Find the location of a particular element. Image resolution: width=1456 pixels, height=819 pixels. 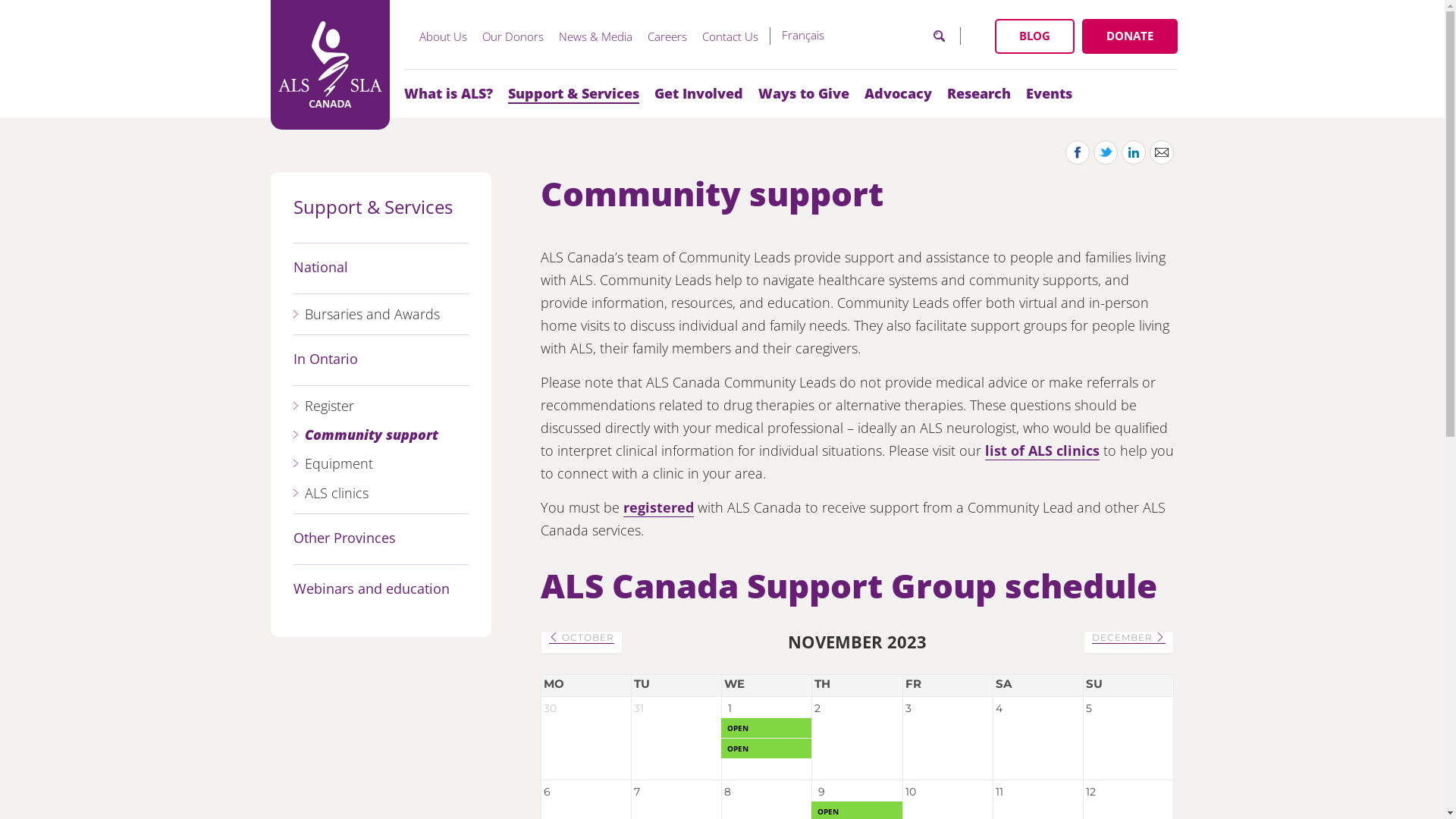

'OPEN' is located at coordinates (767, 747).